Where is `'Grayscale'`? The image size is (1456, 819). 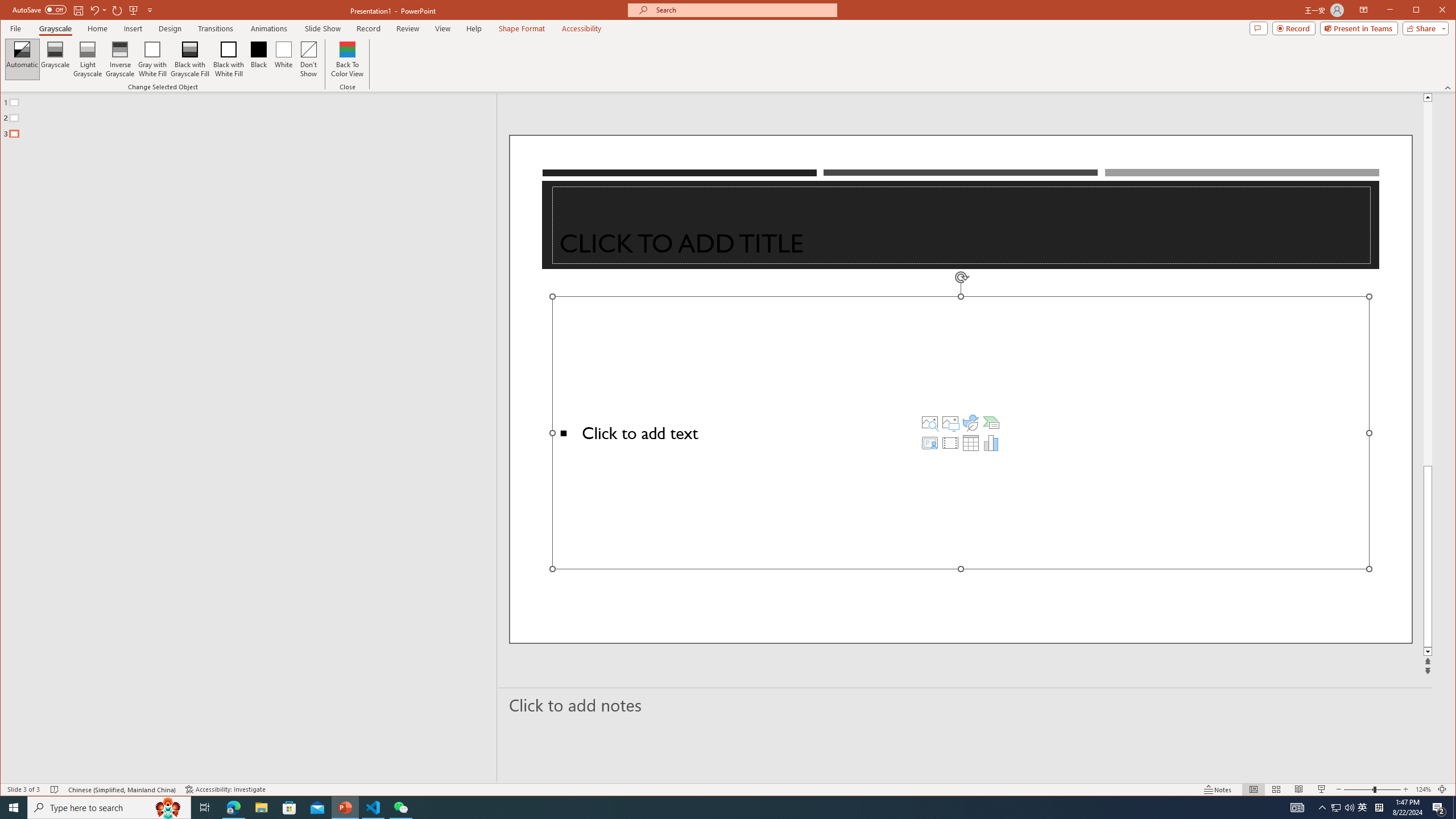
'Grayscale' is located at coordinates (55, 59).